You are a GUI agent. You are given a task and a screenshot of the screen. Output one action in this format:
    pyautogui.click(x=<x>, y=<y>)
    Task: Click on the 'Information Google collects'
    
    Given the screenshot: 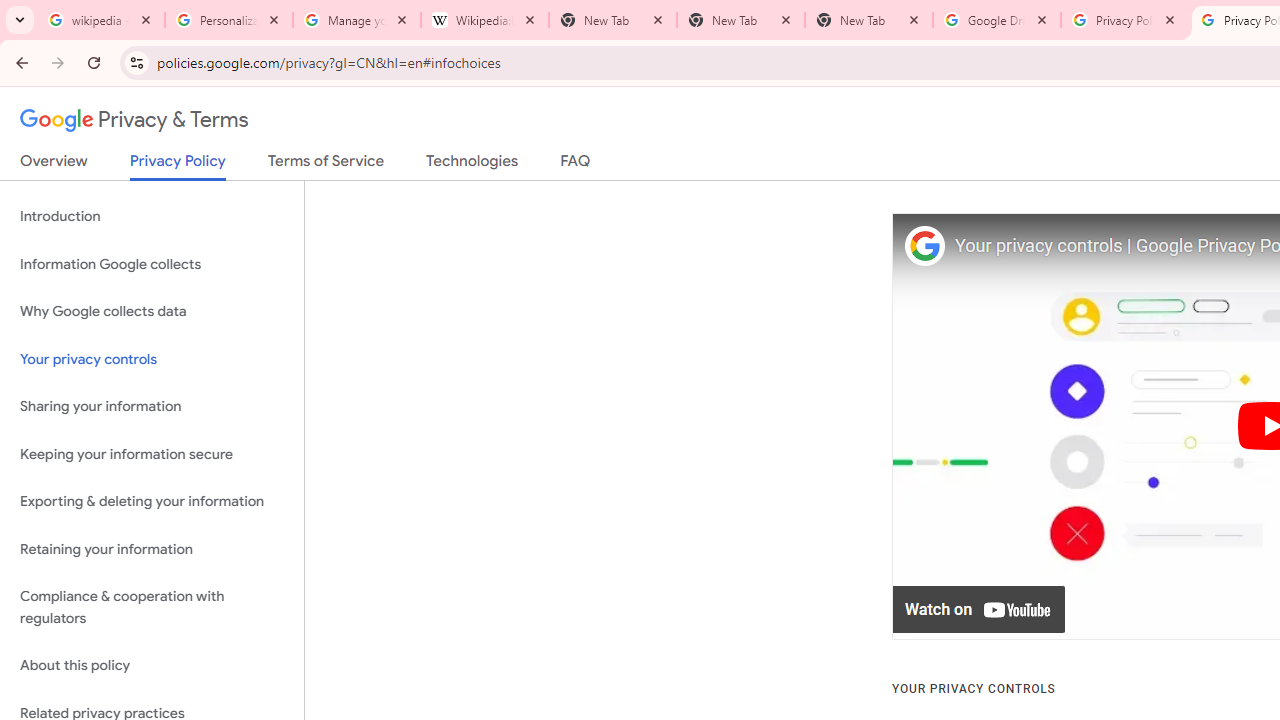 What is the action you would take?
    pyautogui.click(x=151, y=263)
    